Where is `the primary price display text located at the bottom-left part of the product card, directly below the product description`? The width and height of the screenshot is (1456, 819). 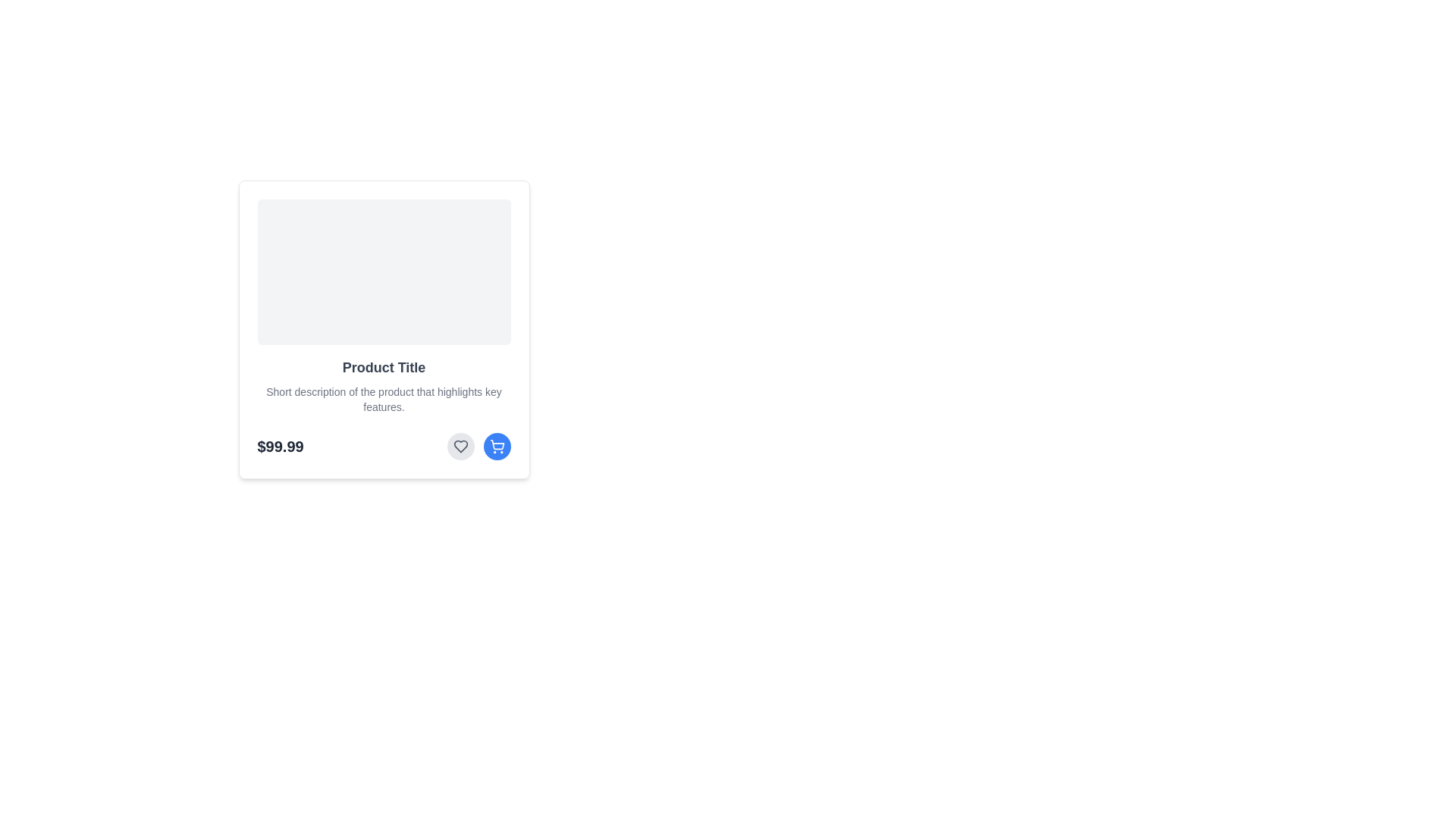
the primary price display text located at the bottom-left part of the product card, directly below the product description is located at coordinates (281, 446).